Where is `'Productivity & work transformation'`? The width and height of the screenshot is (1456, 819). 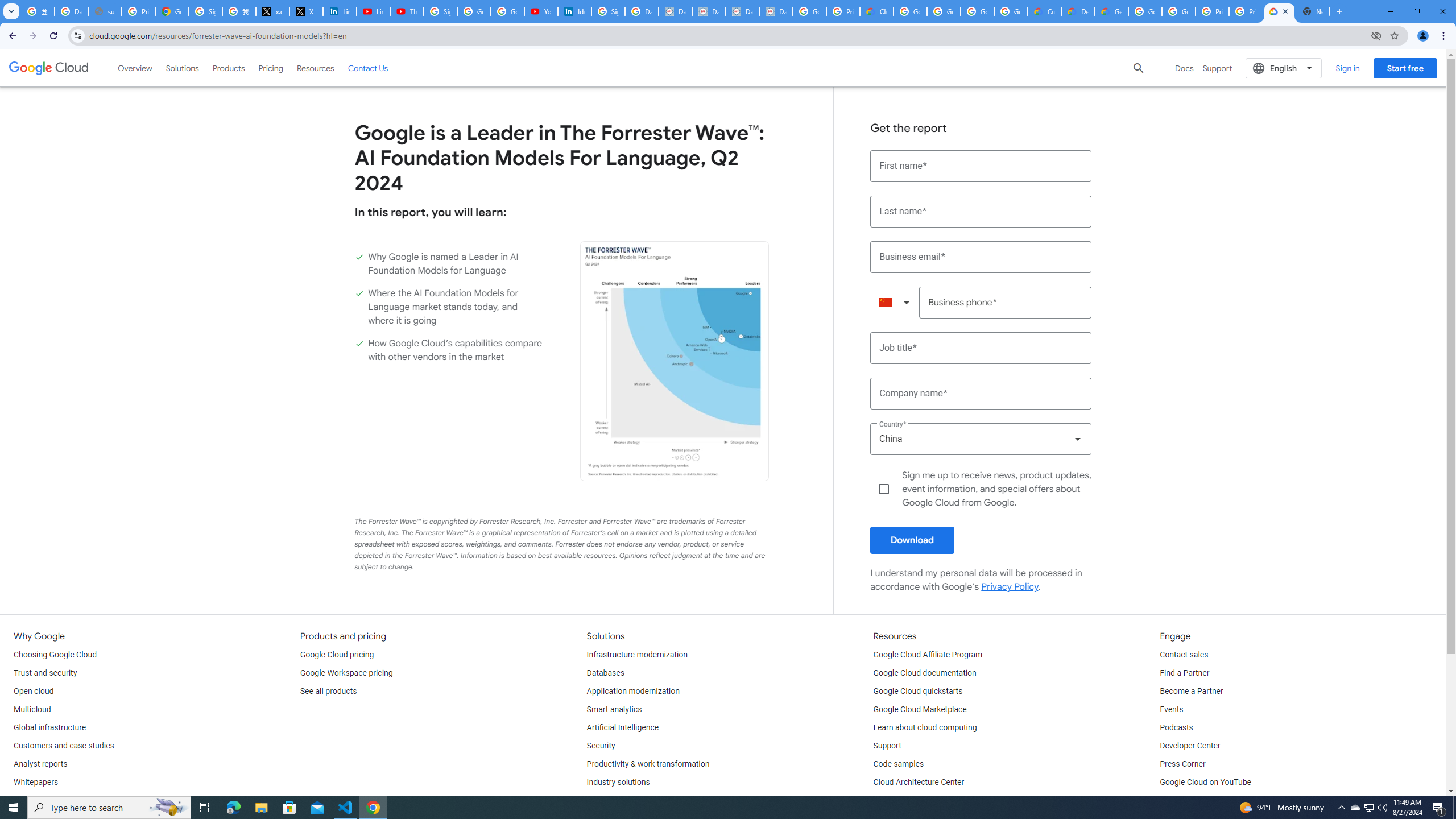 'Productivity & work transformation' is located at coordinates (648, 764).